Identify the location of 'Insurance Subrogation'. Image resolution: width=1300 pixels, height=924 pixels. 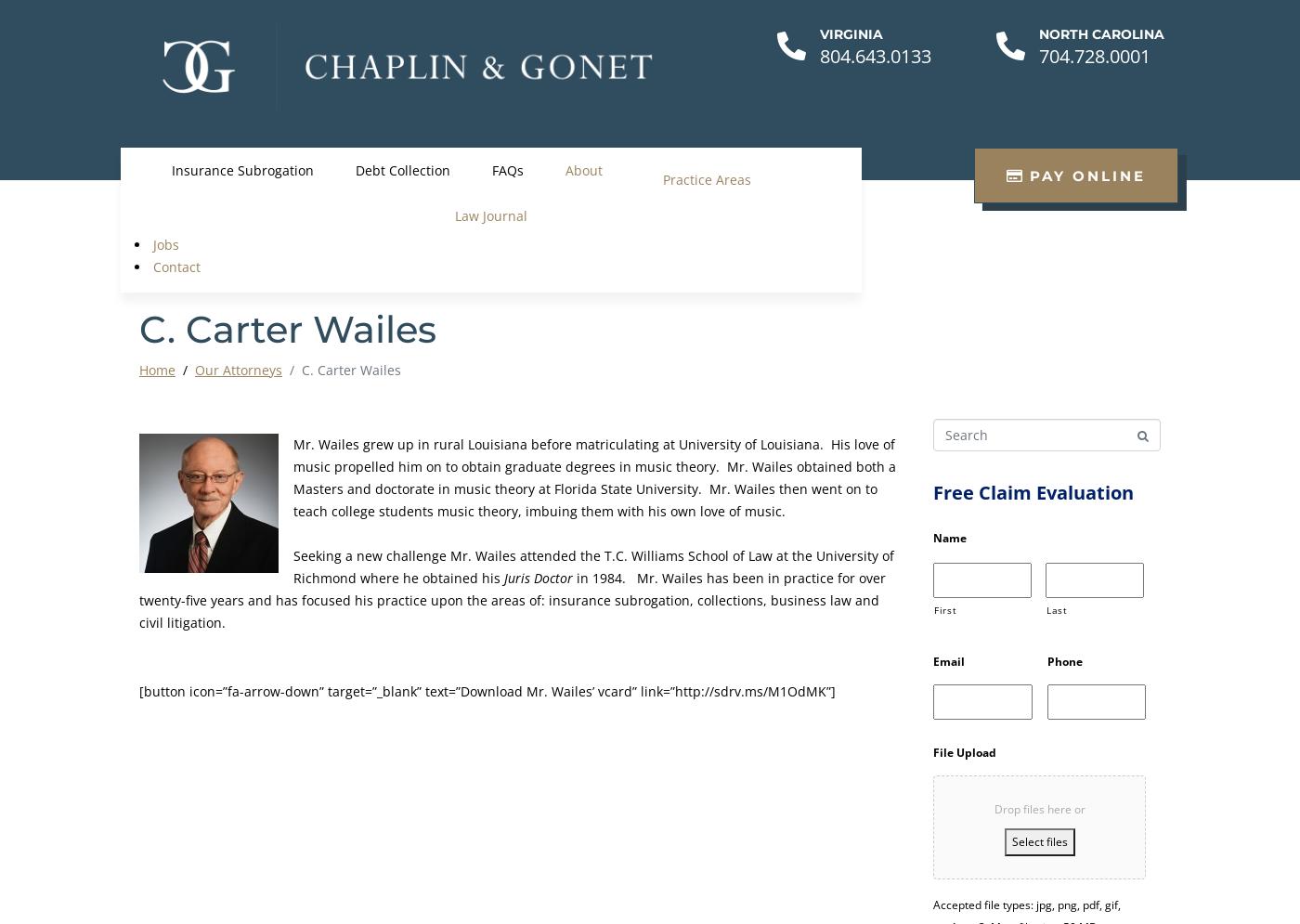
(170, 170).